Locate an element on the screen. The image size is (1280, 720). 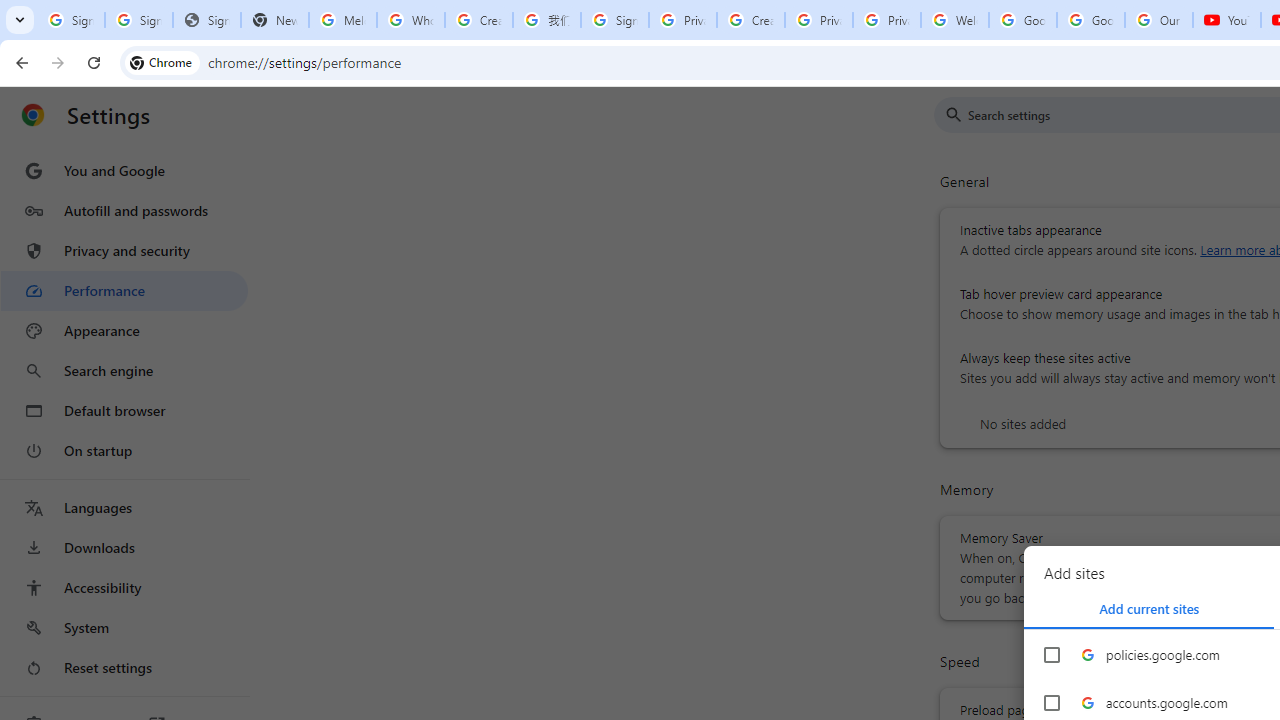
'New Tab' is located at coordinates (273, 20).